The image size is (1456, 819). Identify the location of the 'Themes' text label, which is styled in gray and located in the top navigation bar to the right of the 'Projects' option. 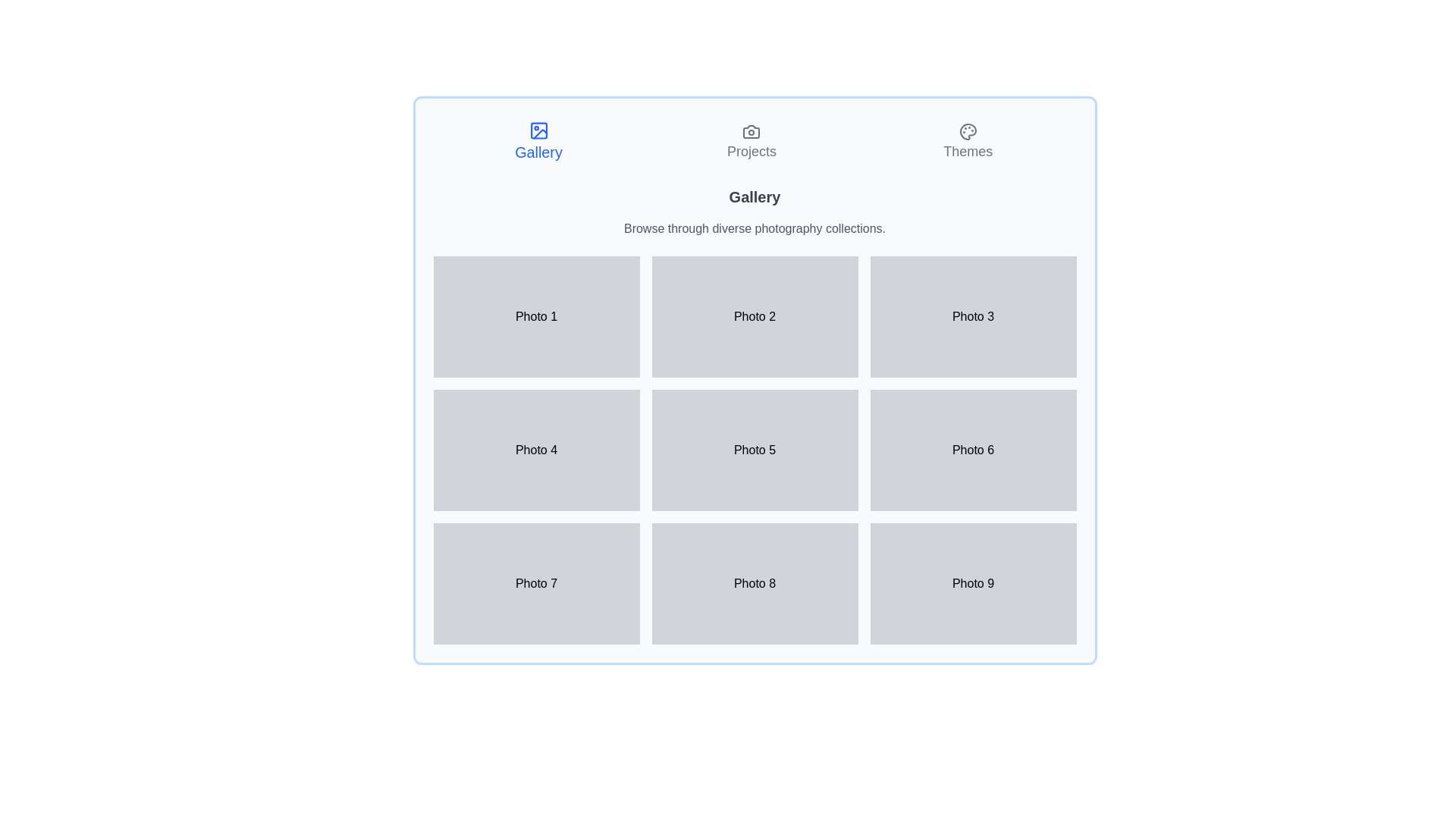
(967, 152).